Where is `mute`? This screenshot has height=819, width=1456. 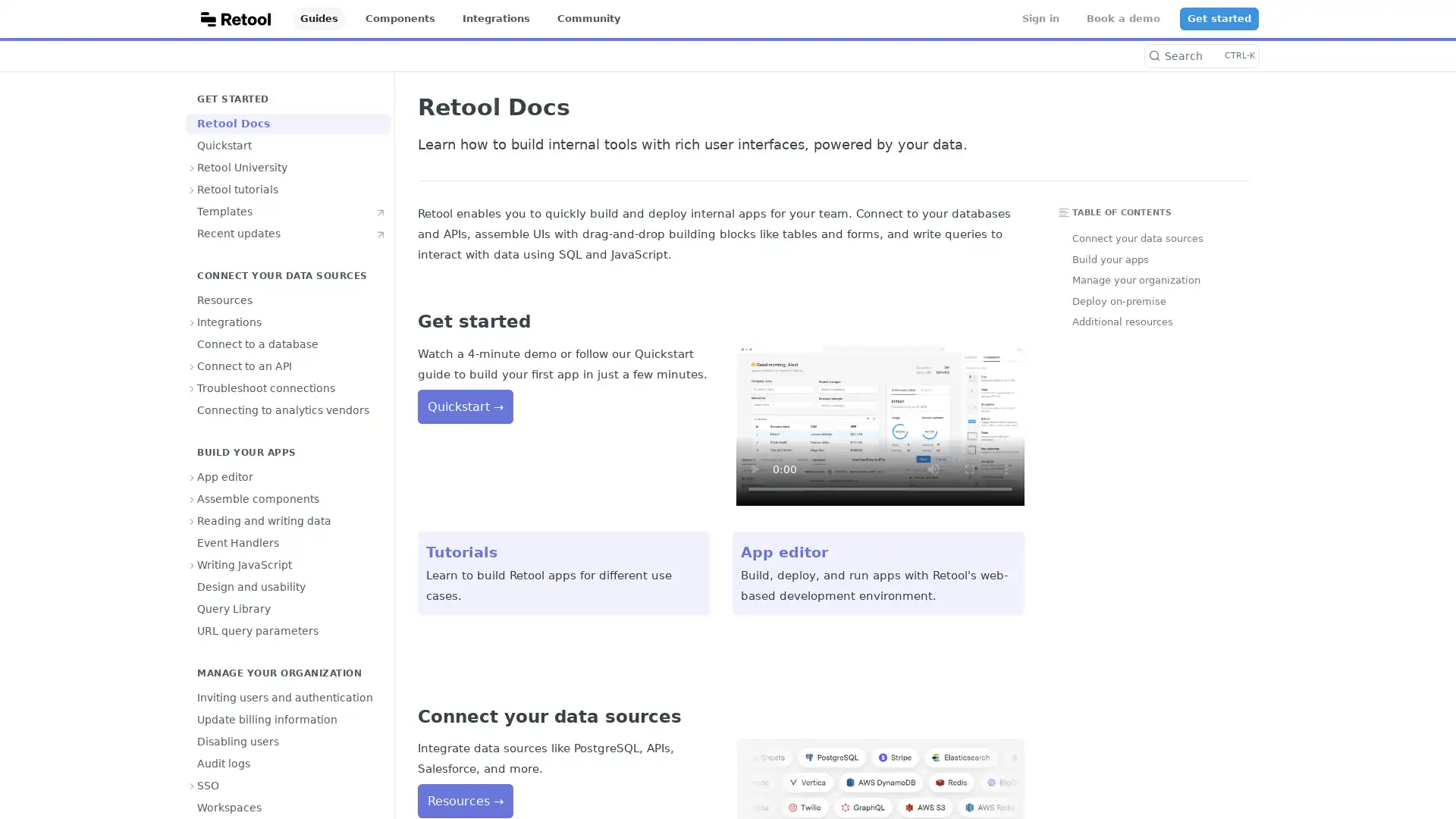 mute is located at coordinates (932, 468).